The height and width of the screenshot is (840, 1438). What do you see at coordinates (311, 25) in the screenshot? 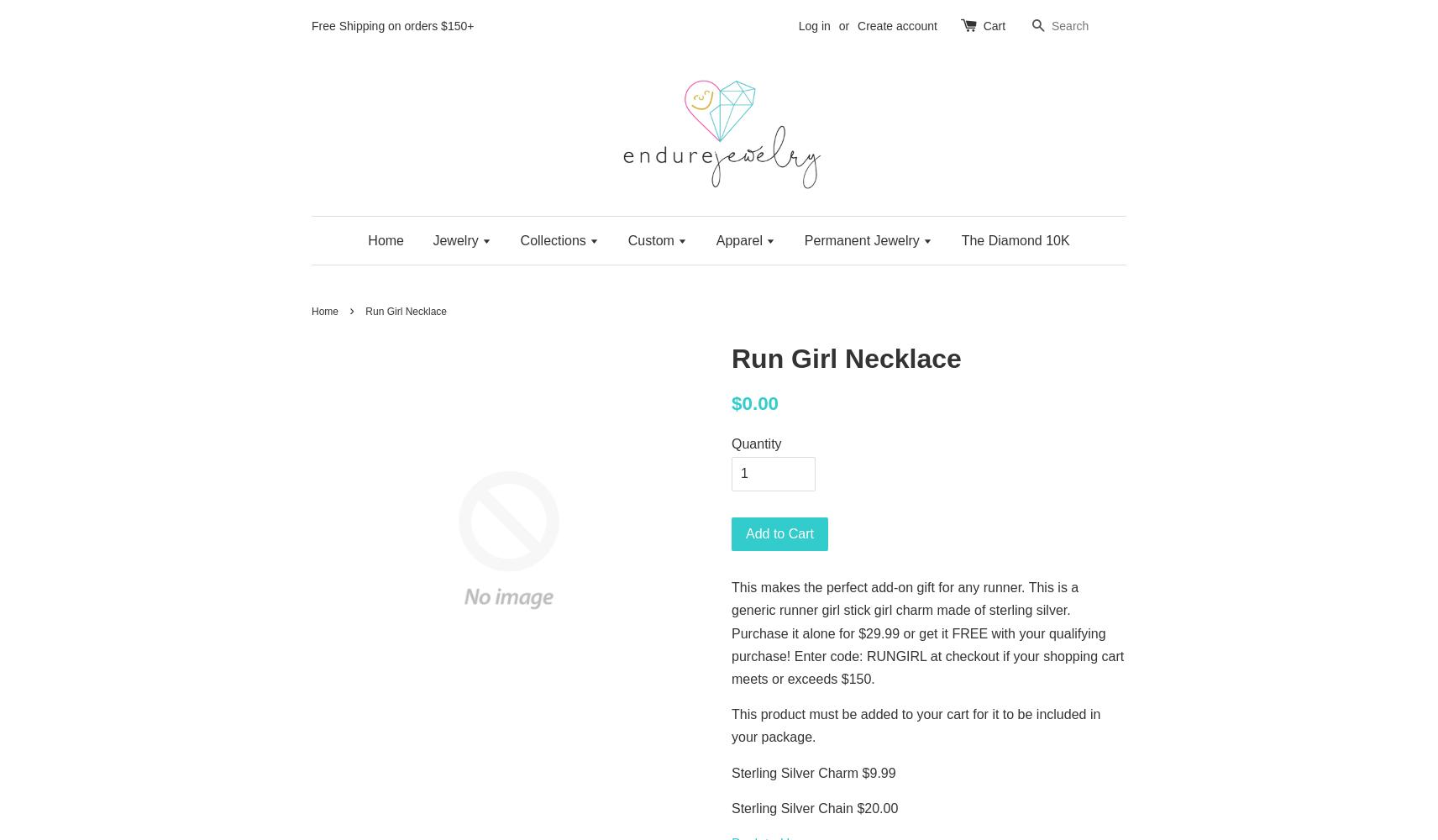
I see `'Free Shipping on orders $150+'` at bounding box center [311, 25].